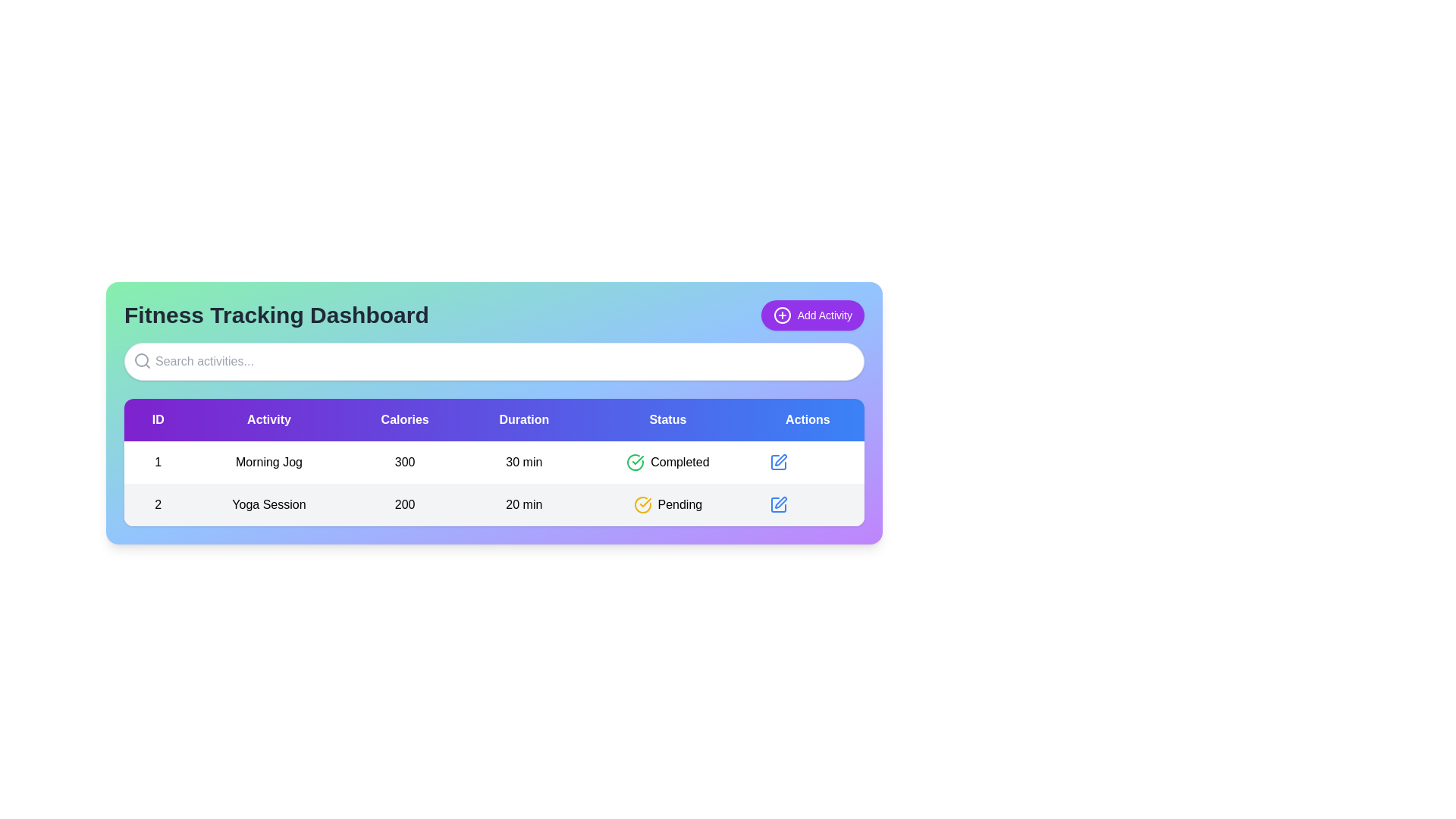  I want to click on the 'Pending' status label in the second row of the table, located between the yellow circular checkmark icon and the 'Actions' column, so click(679, 505).